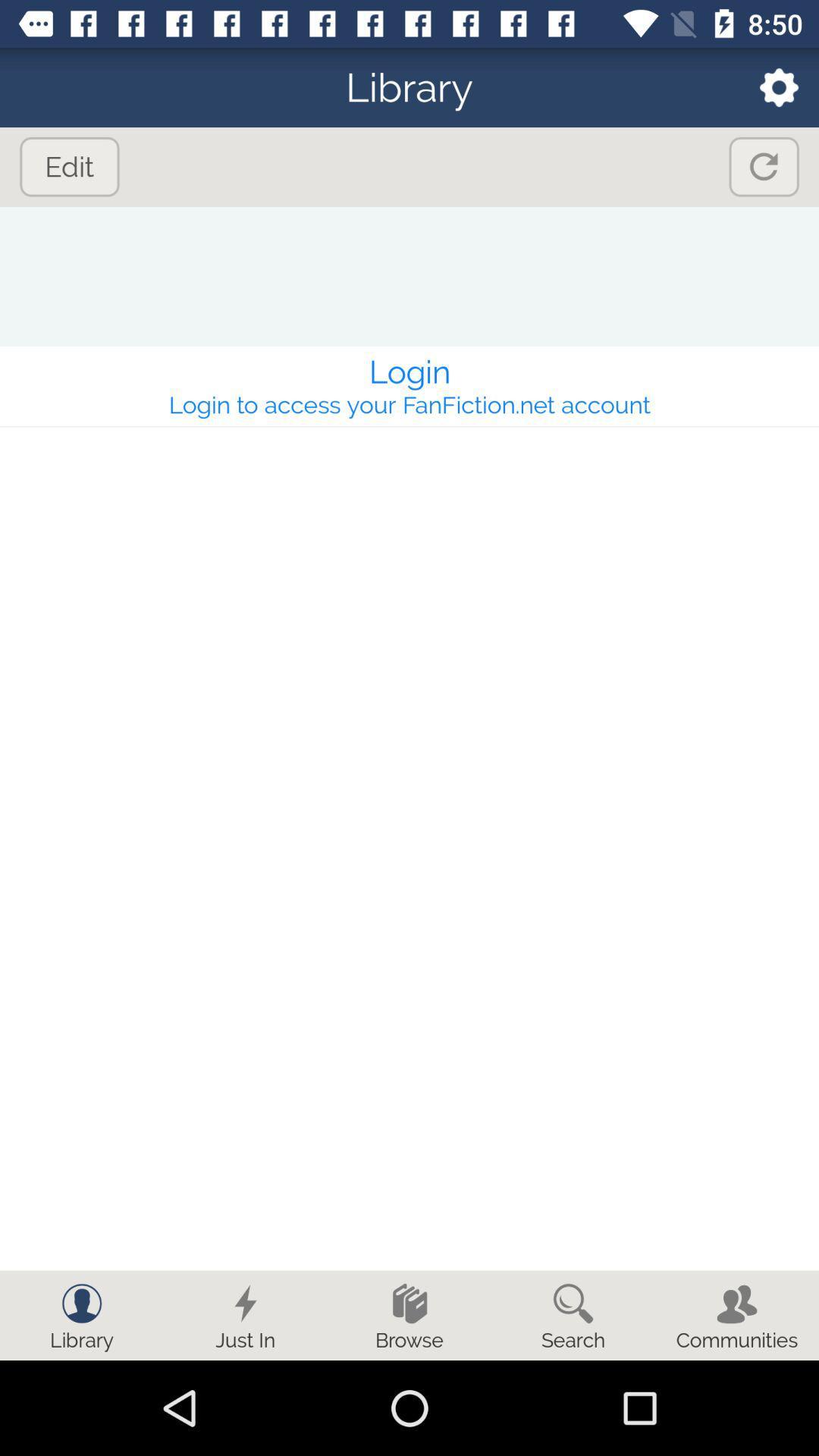  What do you see at coordinates (409, 404) in the screenshot?
I see `login to access app` at bounding box center [409, 404].